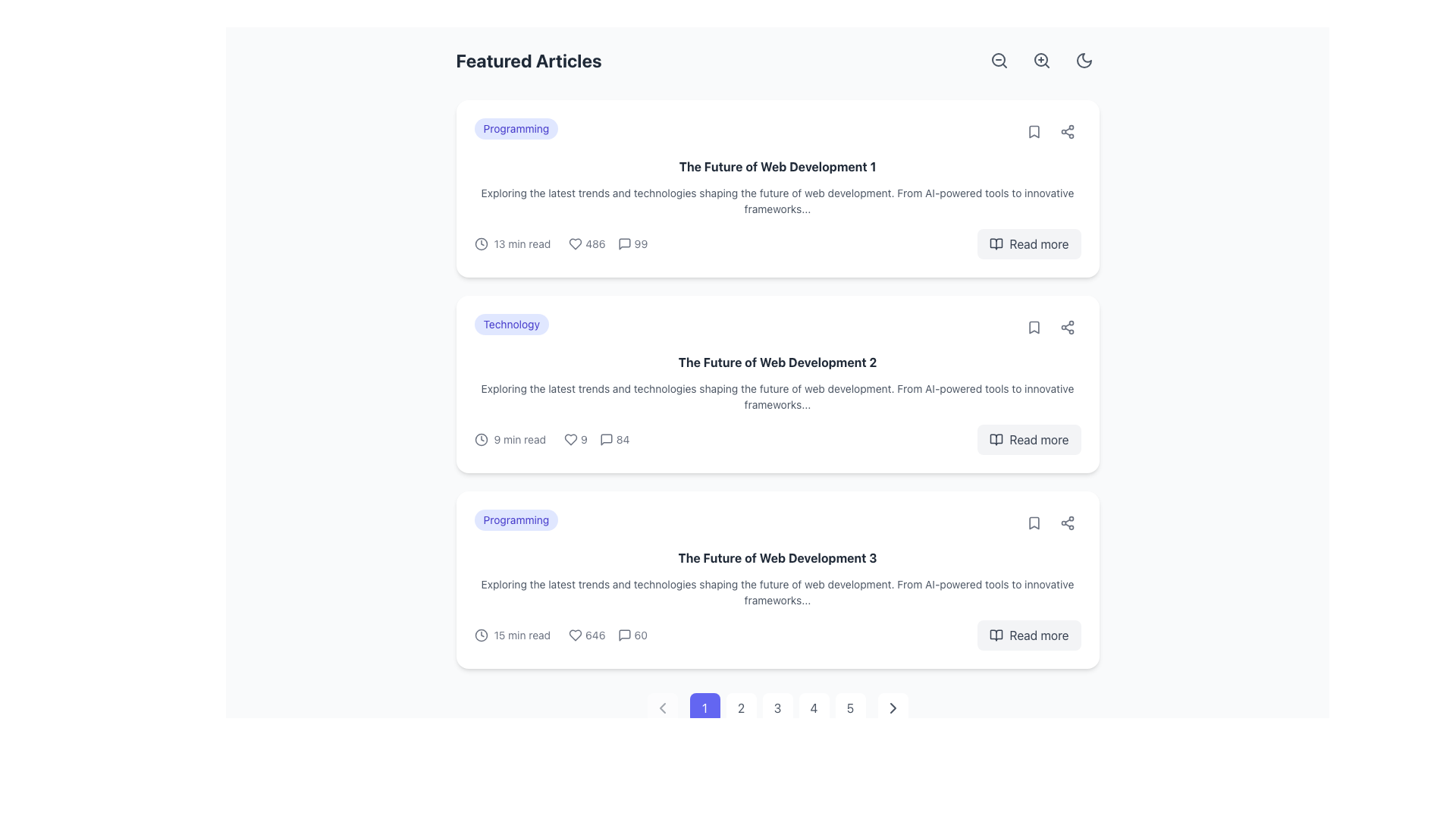 This screenshot has width=1456, height=819. Describe the element at coordinates (511, 324) in the screenshot. I see `the 'Technology' category label located in the upper section of the second article card, positioned to the left of the article title 'The Future of Web Development 2'` at that location.